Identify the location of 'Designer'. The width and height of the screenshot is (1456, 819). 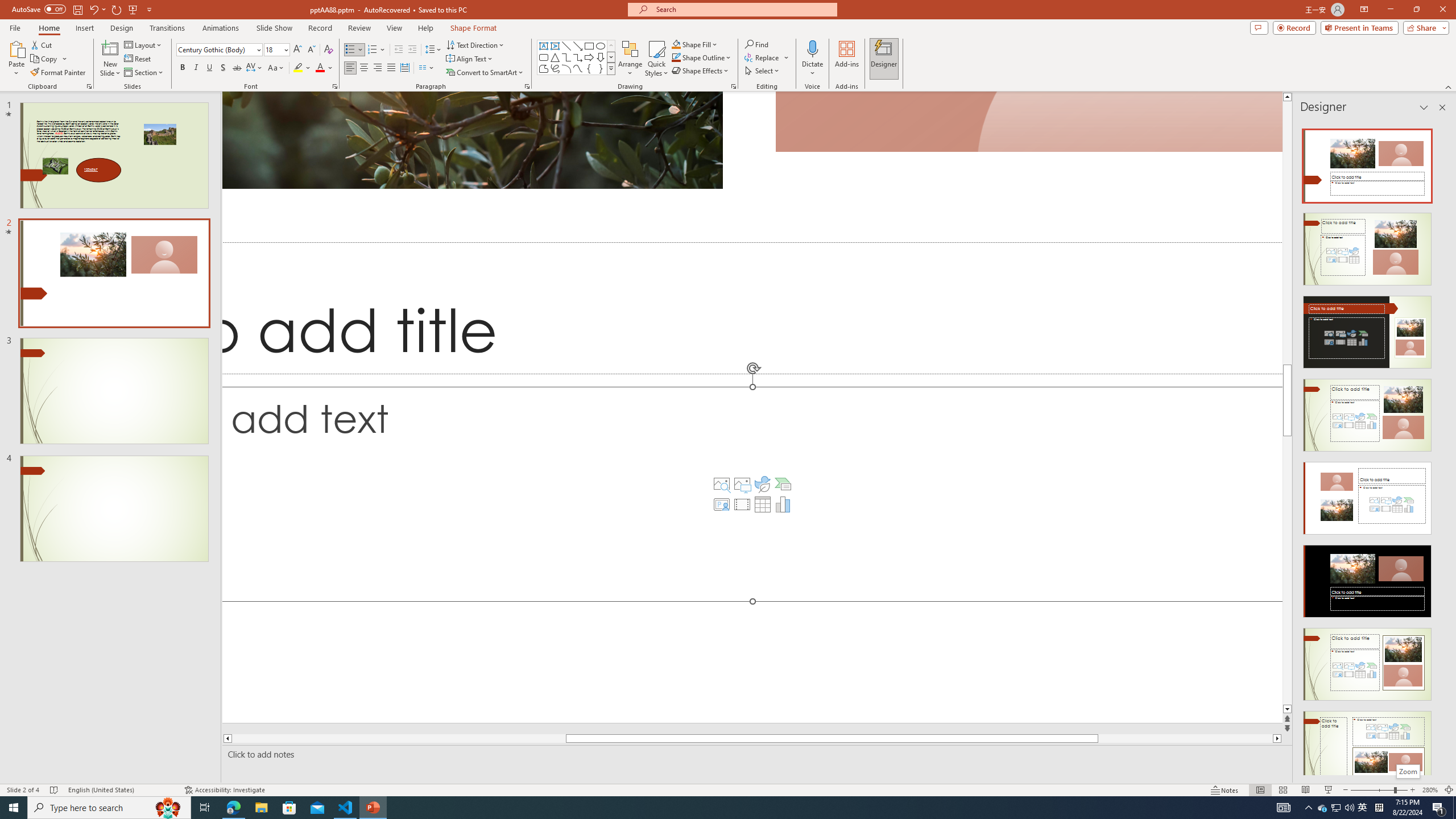
(883, 59).